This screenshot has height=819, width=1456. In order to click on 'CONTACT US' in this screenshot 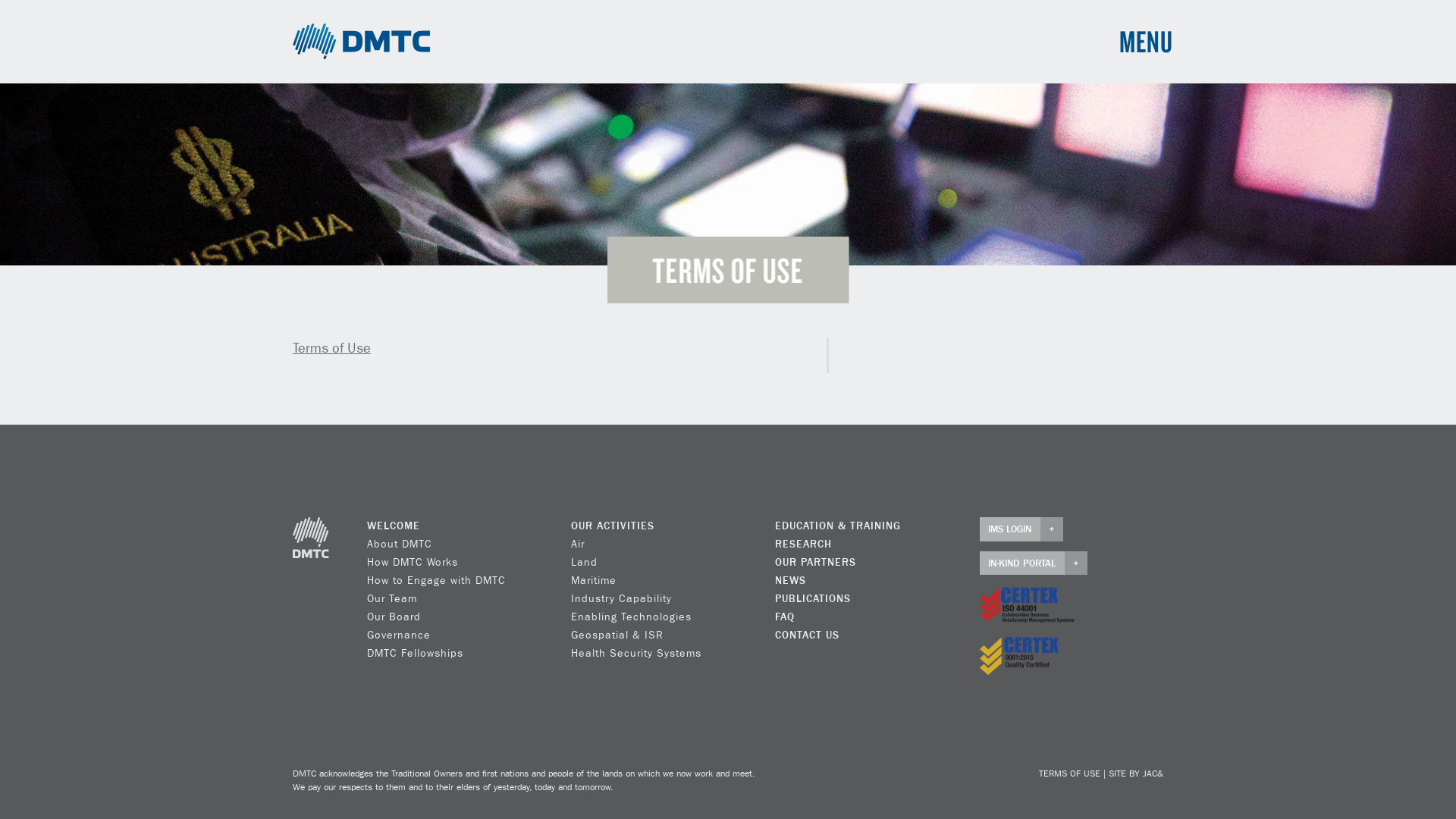, I will do `click(806, 635)`.